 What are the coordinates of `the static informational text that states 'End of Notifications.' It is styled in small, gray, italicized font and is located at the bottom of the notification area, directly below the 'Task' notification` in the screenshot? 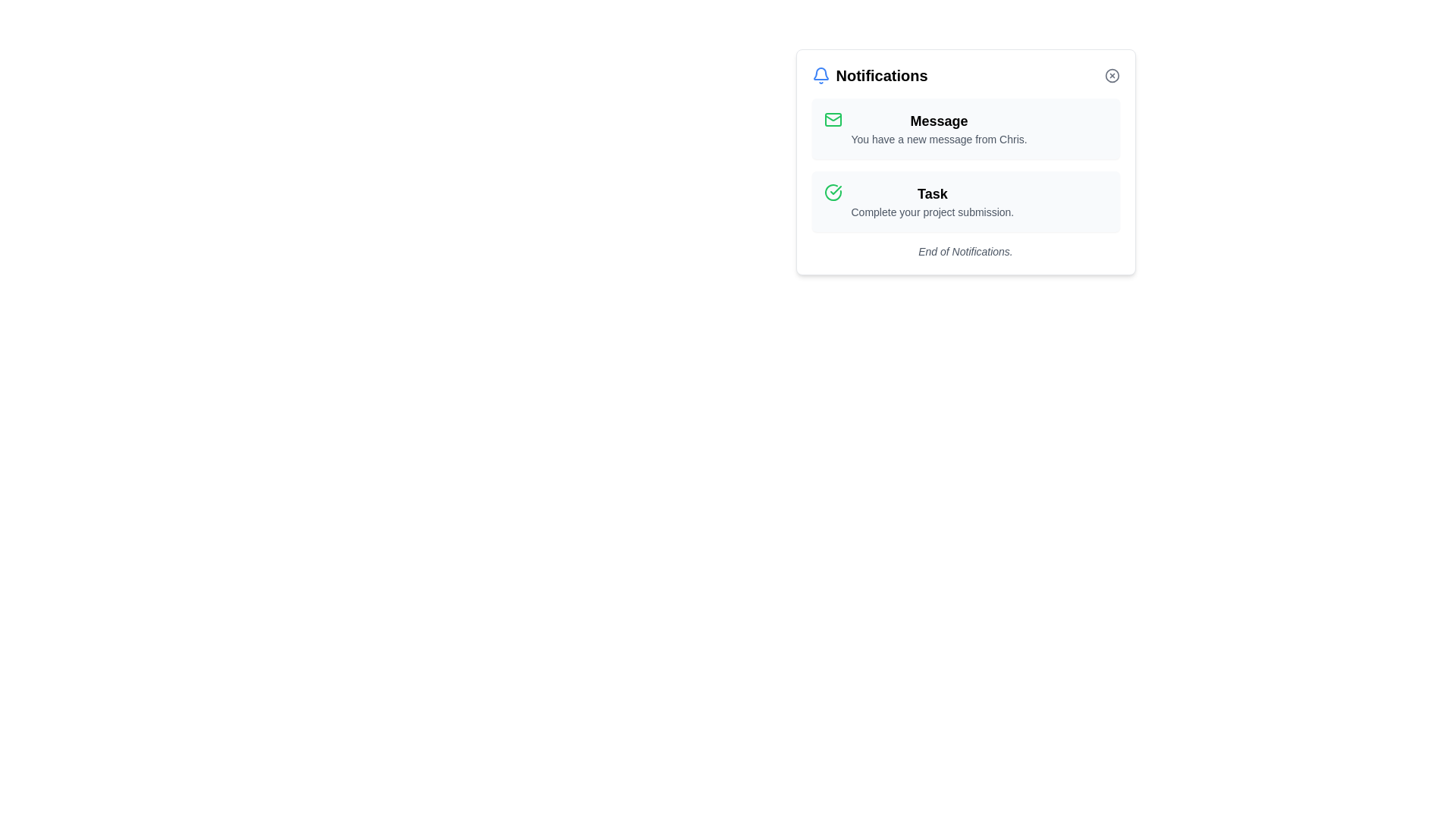 It's located at (965, 250).